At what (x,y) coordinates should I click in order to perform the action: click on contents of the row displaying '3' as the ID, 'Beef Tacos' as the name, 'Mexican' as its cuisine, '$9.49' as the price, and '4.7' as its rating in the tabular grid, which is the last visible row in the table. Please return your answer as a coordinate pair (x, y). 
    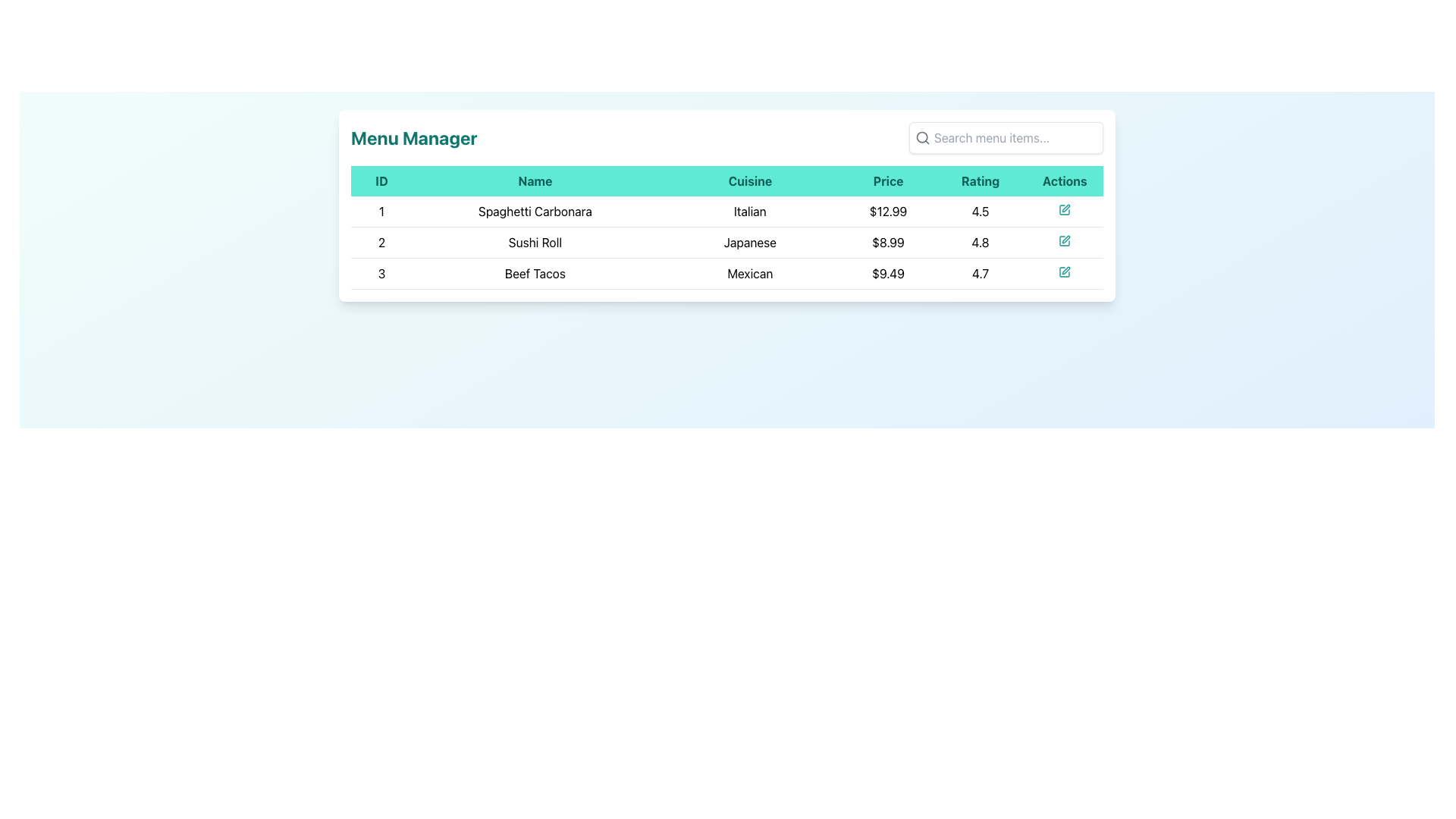
    Looking at the image, I should click on (726, 274).